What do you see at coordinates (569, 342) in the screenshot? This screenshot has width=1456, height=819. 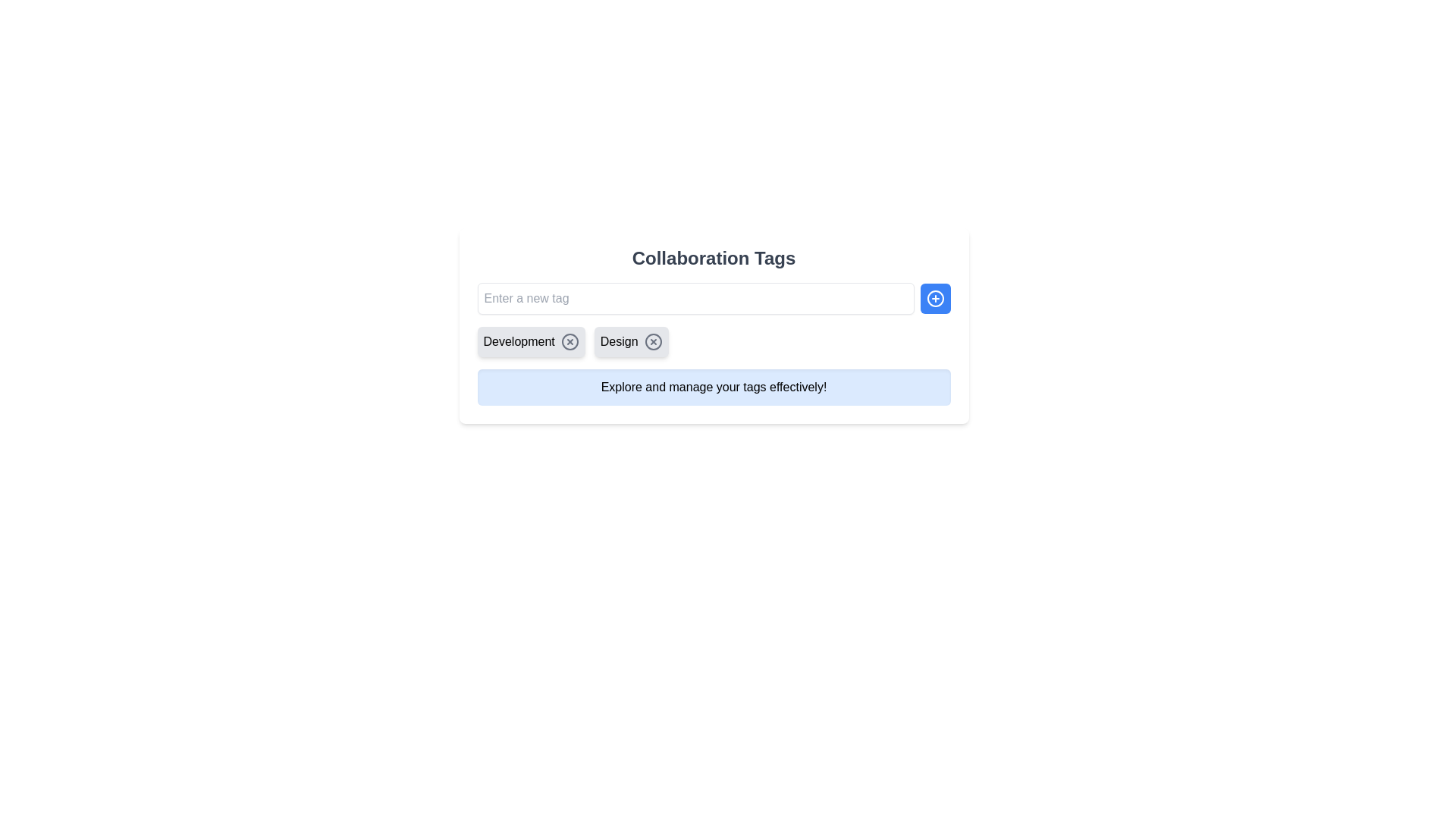 I see `the Icon Button with a gray border and 'X' shape inside, which is located within the 'Development' tag, to change its color` at bounding box center [569, 342].